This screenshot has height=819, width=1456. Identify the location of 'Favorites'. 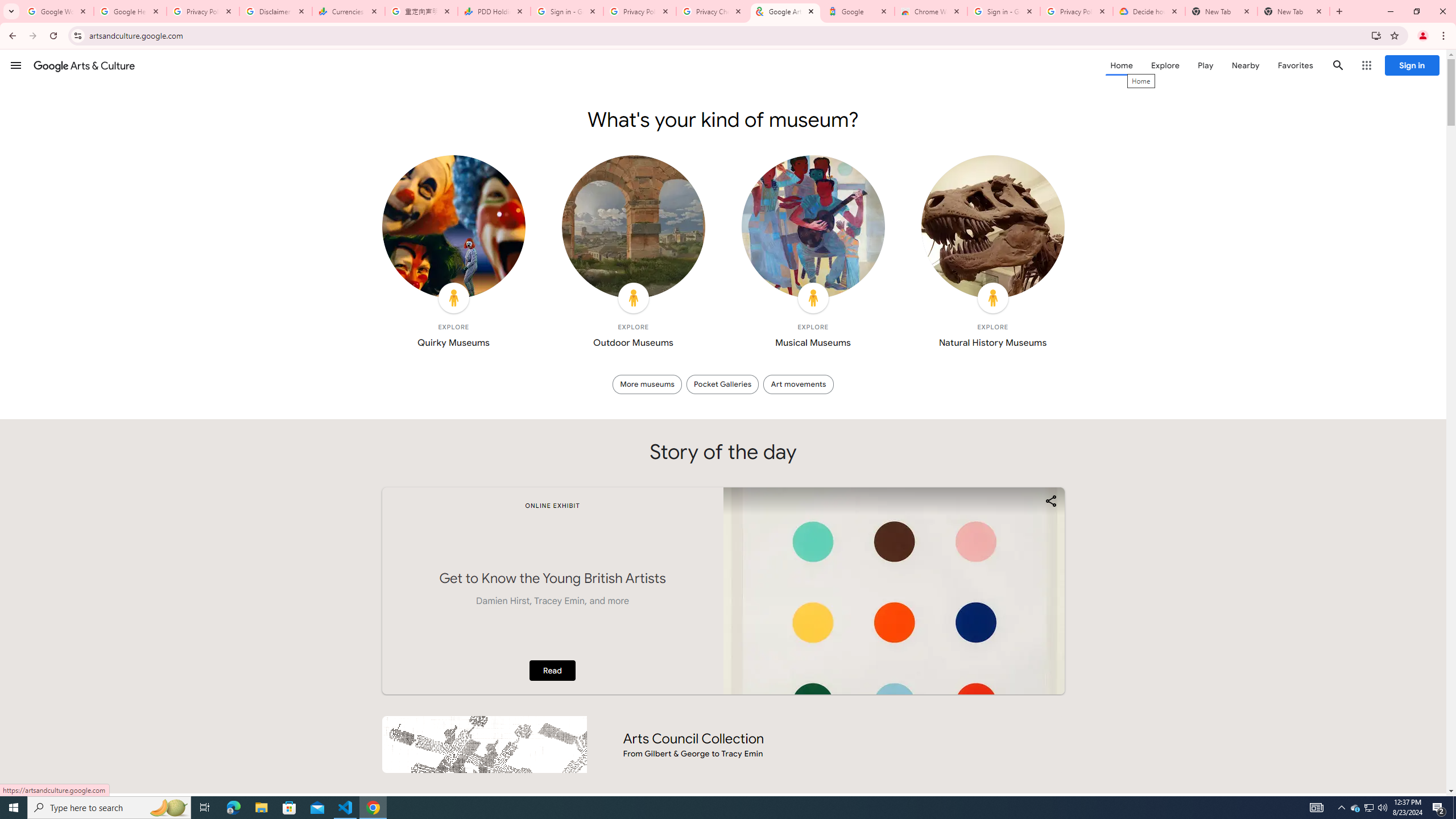
(1294, 65).